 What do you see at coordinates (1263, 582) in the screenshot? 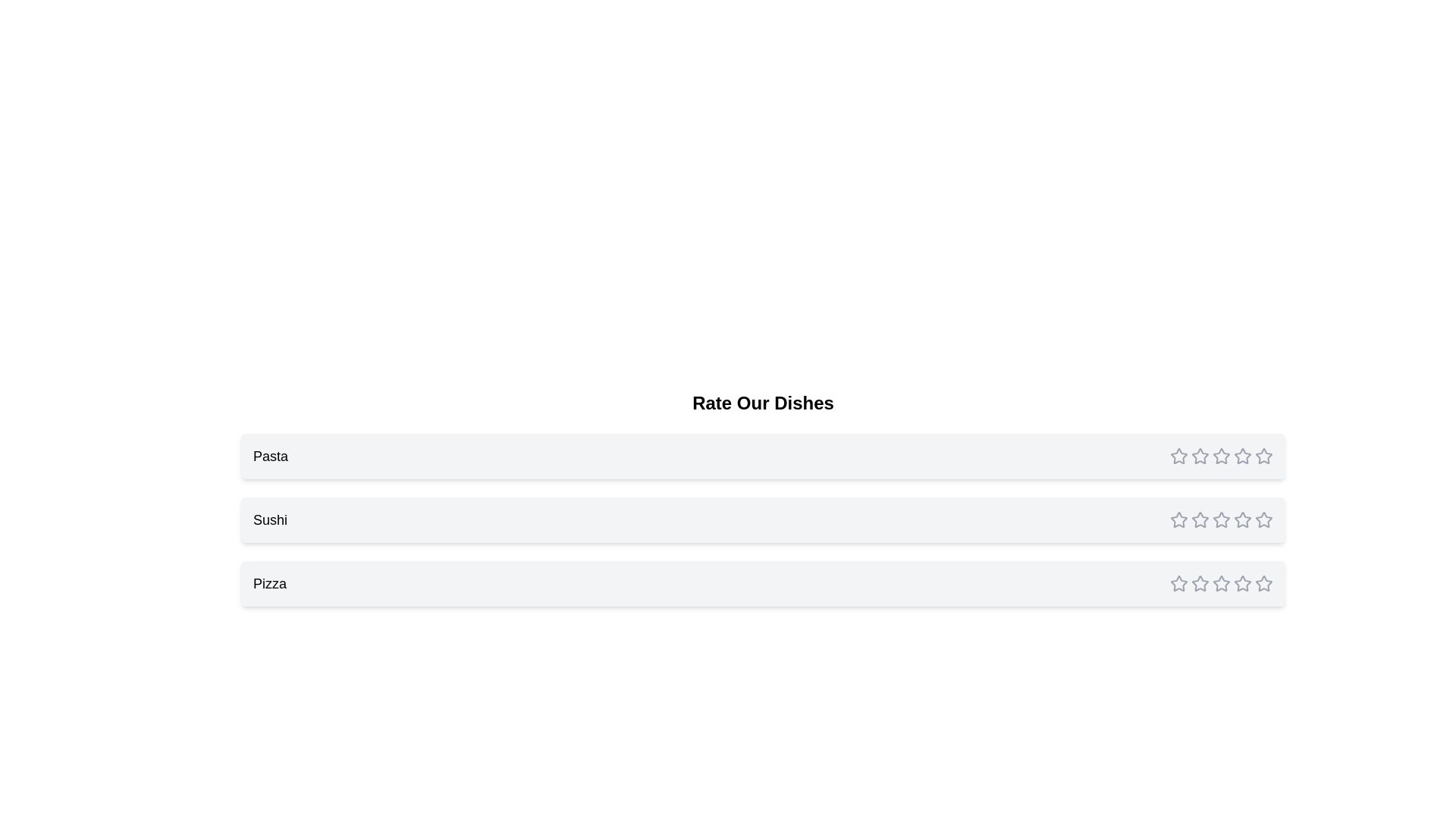
I see `the fifth rating star icon` at bounding box center [1263, 582].